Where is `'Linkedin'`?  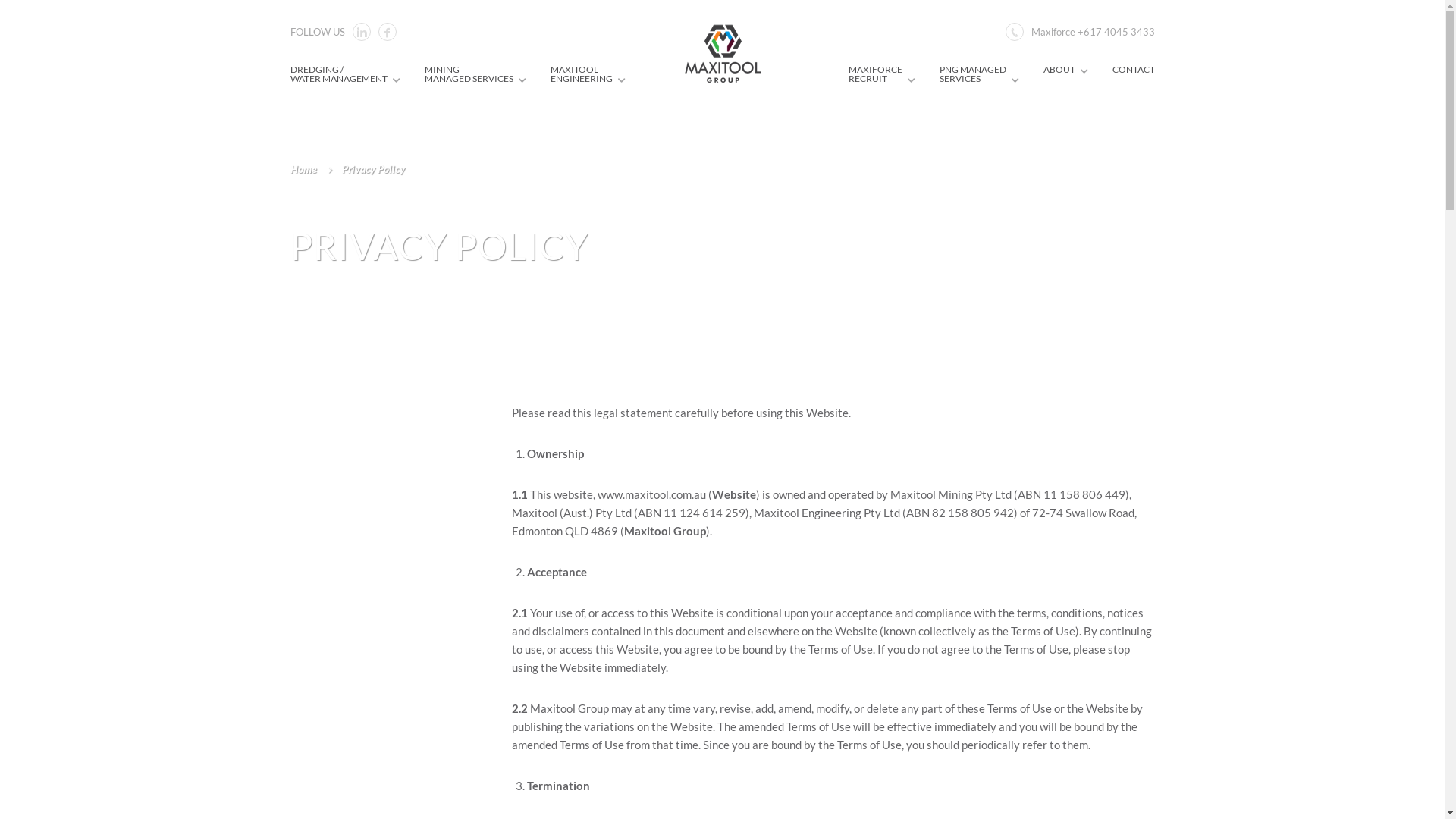
'Linkedin' is located at coordinates (359, 32).